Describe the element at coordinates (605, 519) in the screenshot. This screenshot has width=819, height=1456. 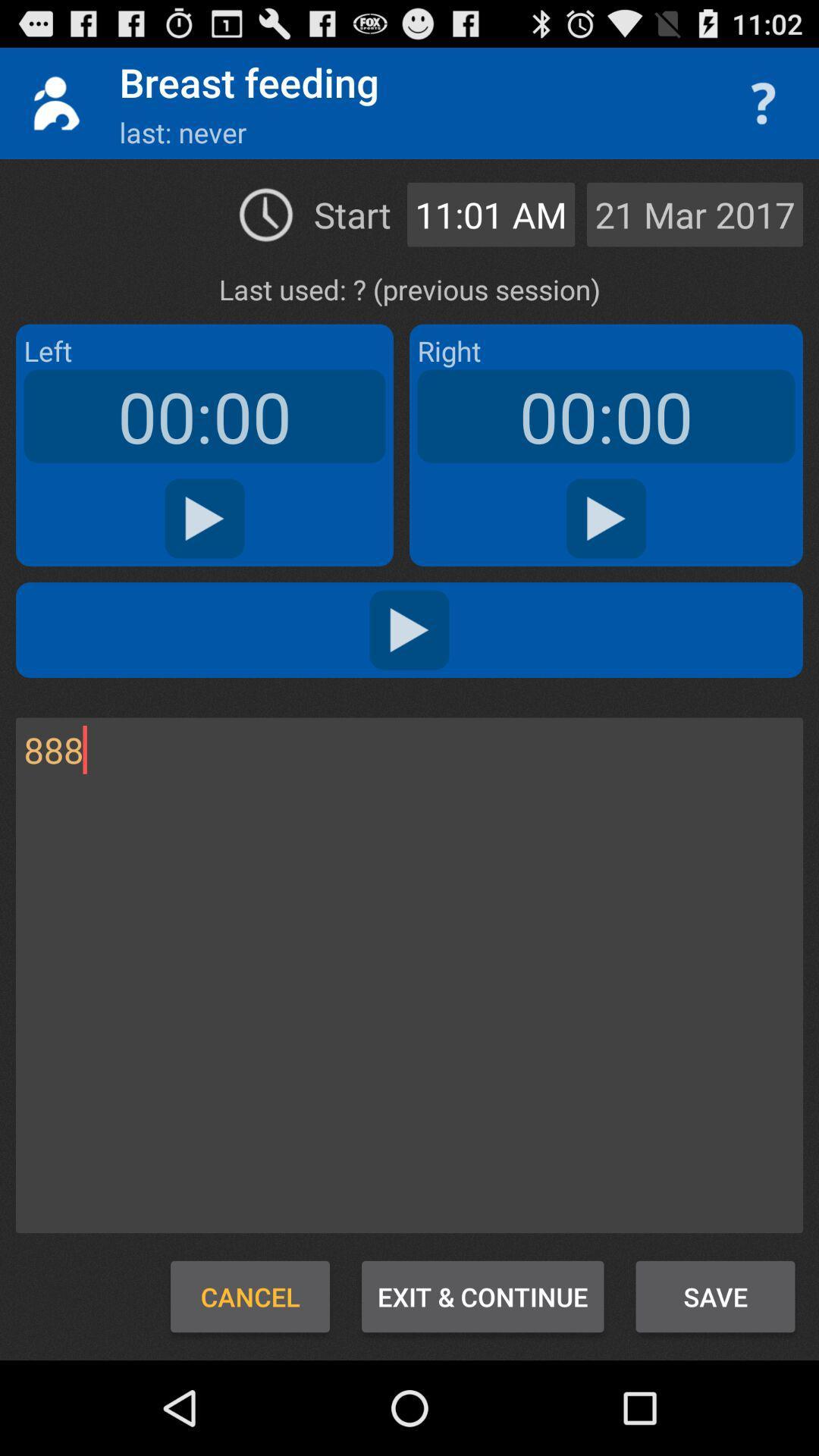
I see `pay right` at that location.